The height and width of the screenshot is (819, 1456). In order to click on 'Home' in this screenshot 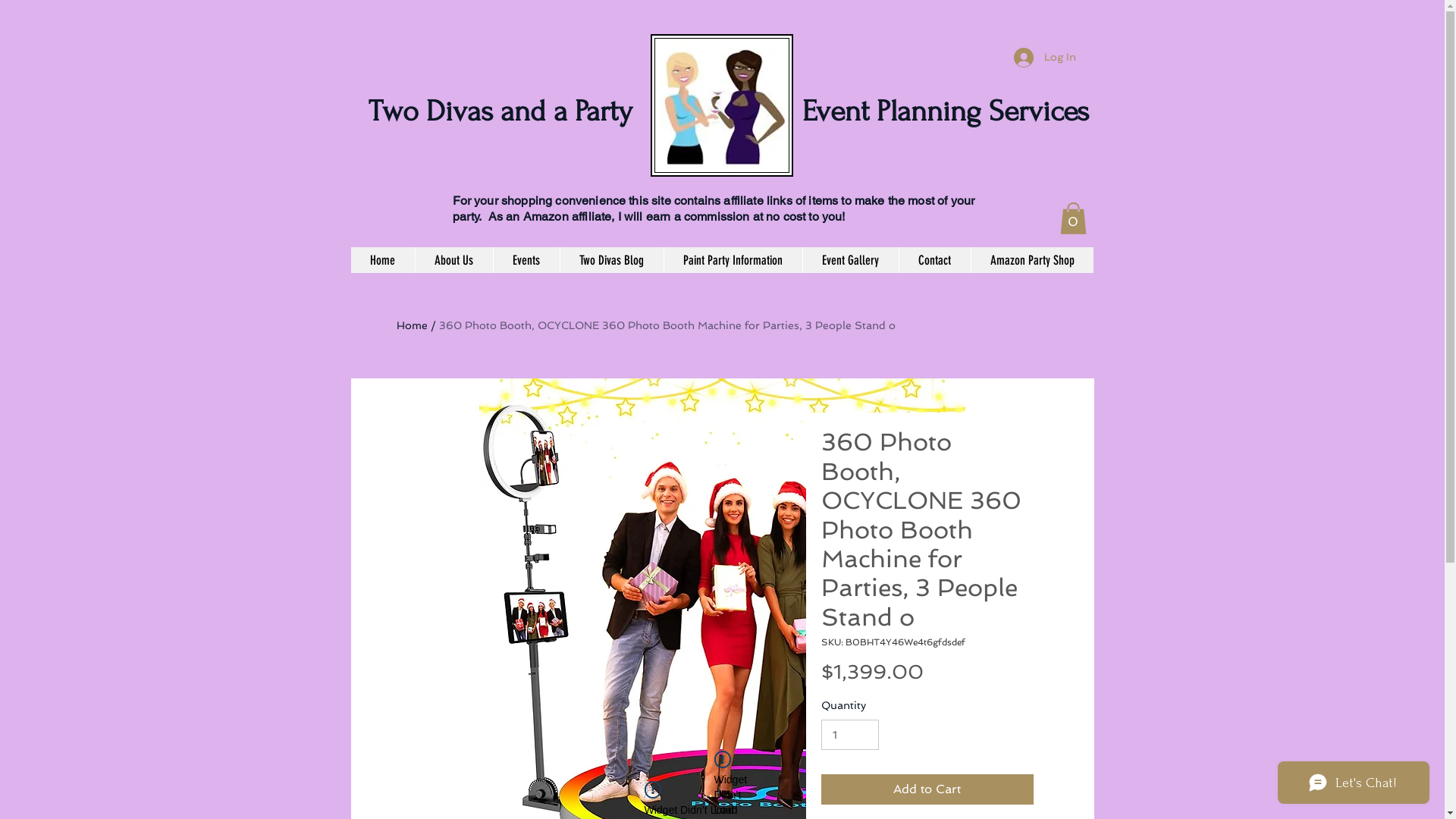, I will do `click(349, 259)`.